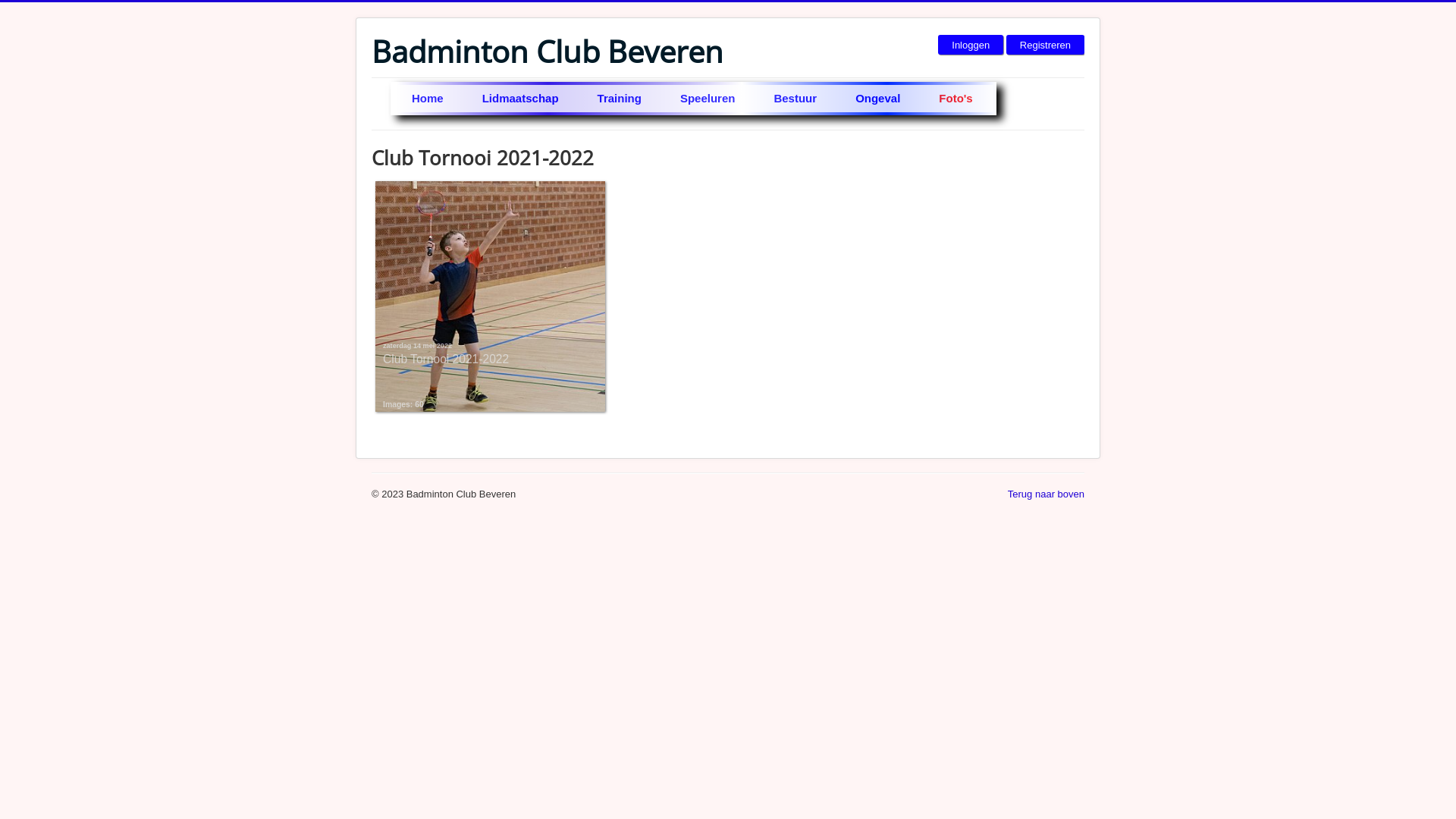  What do you see at coordinates (878, 99) in the screenshot?
I see `'Ongeval'` at bounding box center [878, 99].